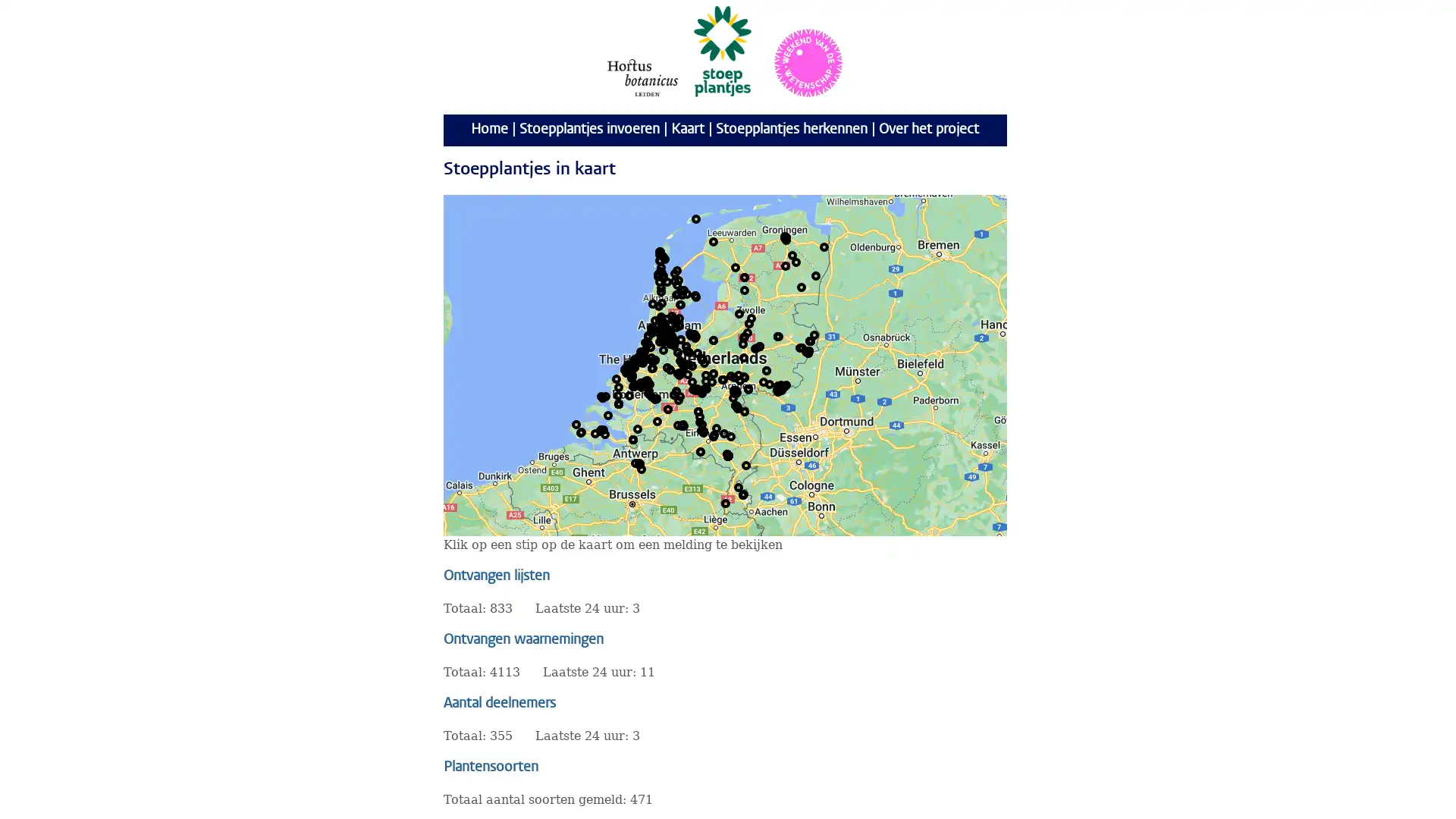 Image resolution: width=1456 pixels, height=819 pixels. I want to click on Telling van majosjul op 20 maart 2022, so click(652, 327).